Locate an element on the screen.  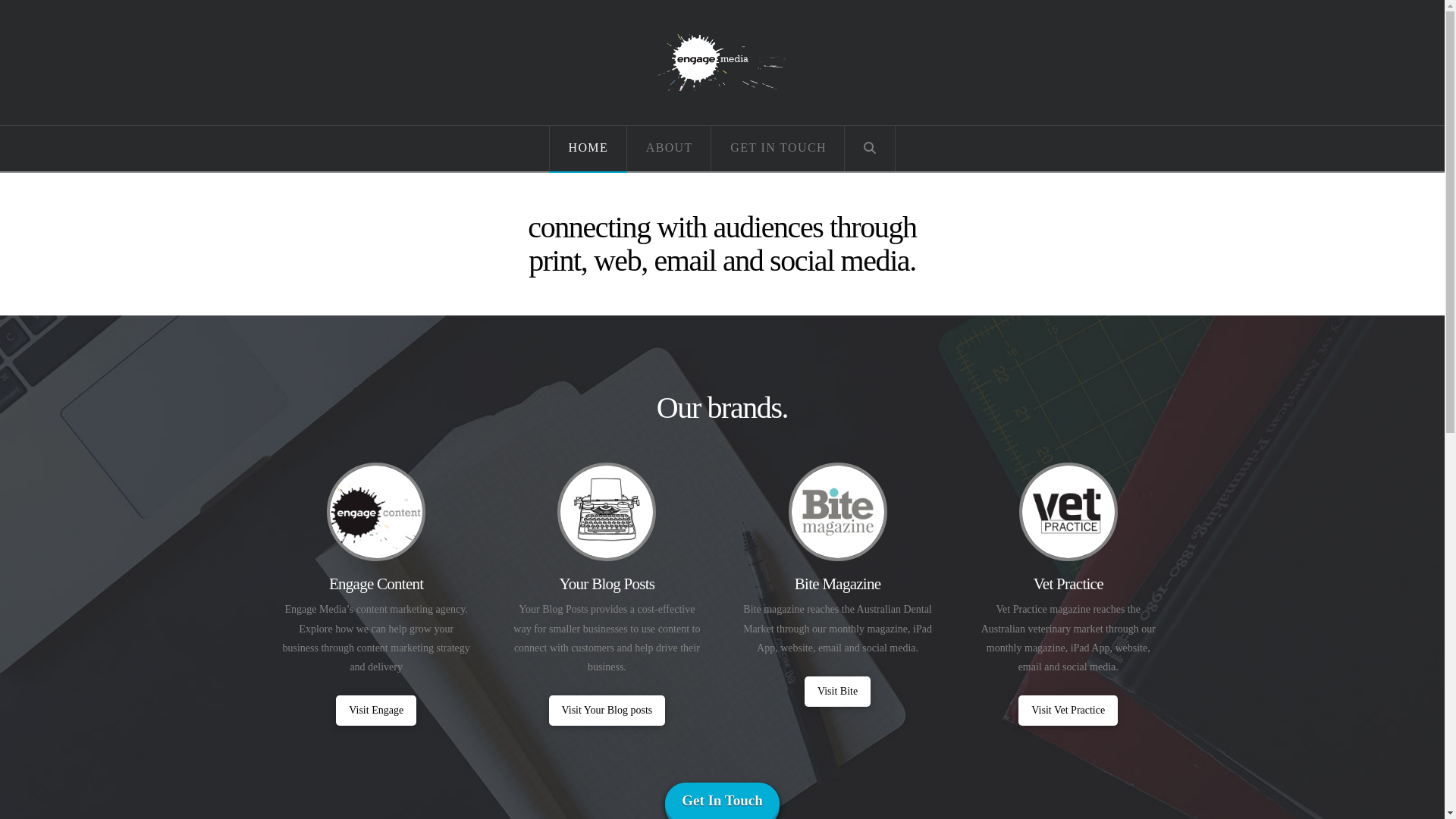
'Visit Vet Practice' is located at coordinates (1067, 711).